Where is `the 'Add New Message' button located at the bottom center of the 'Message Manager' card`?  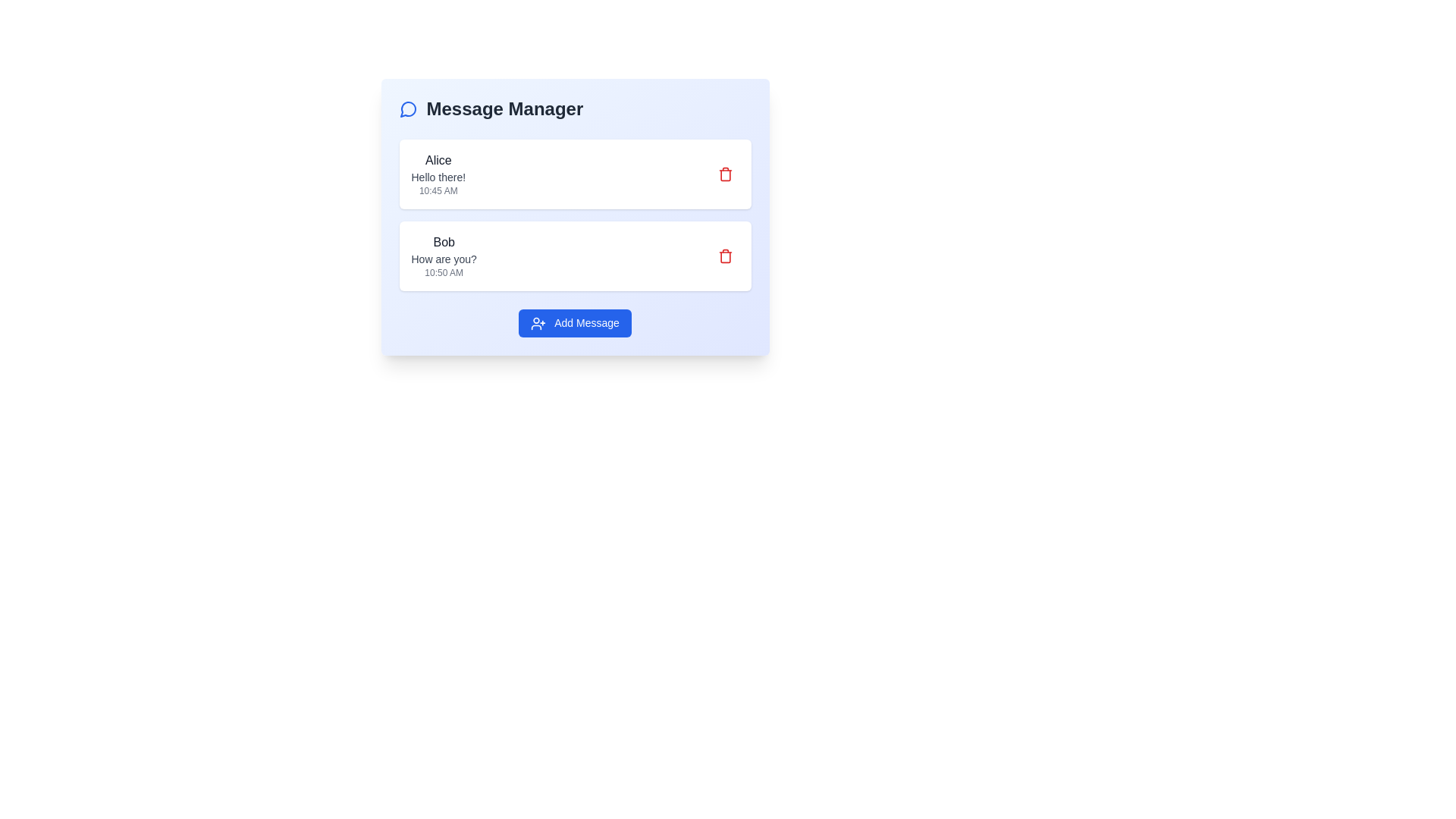 the 'Add New Message' button located at the bottom center of the 'Message Manager' card is located at coordinates (574, 322).